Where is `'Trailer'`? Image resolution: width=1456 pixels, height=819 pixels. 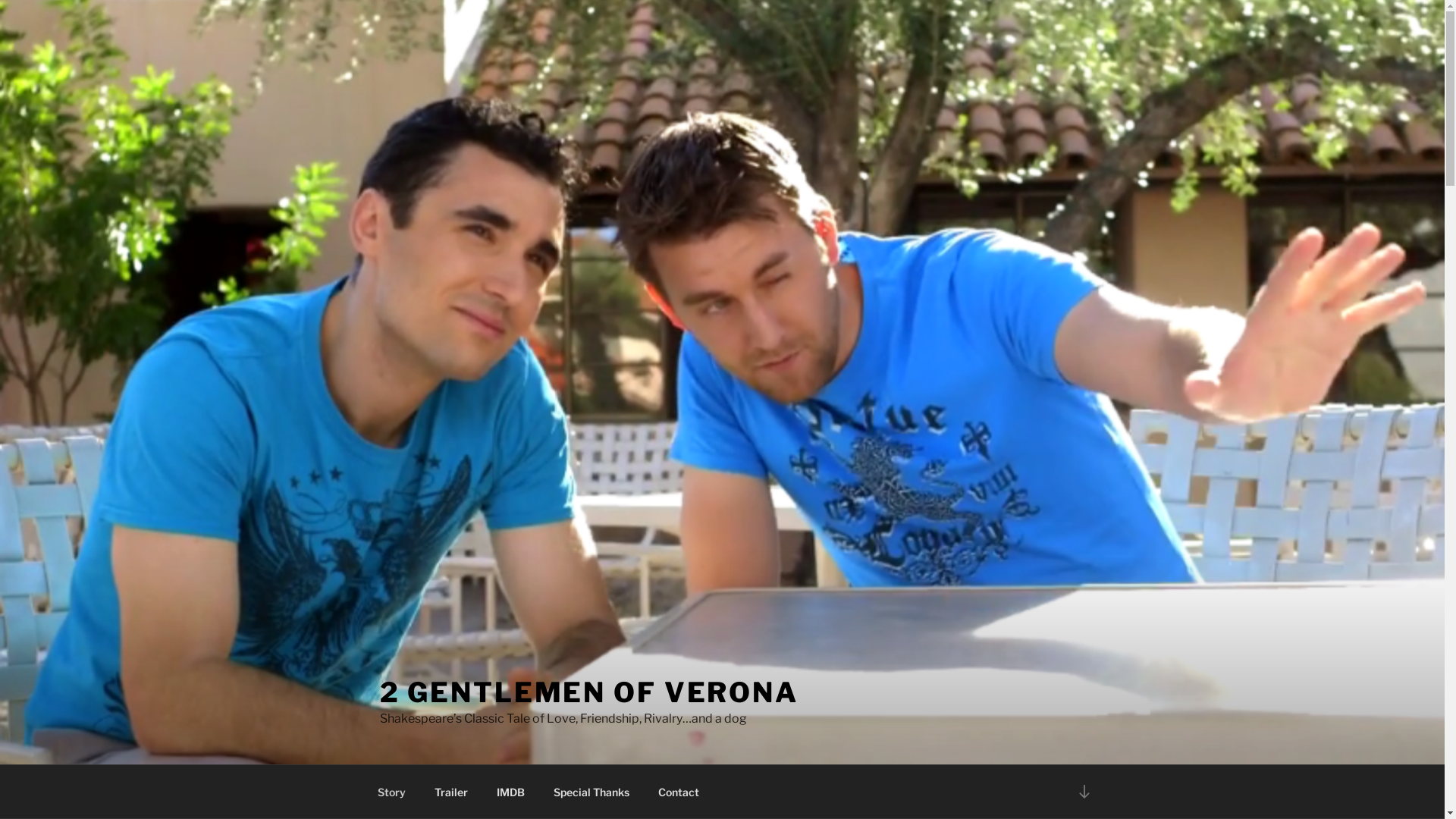 'Trailer' is located at coordinates (450, 791).